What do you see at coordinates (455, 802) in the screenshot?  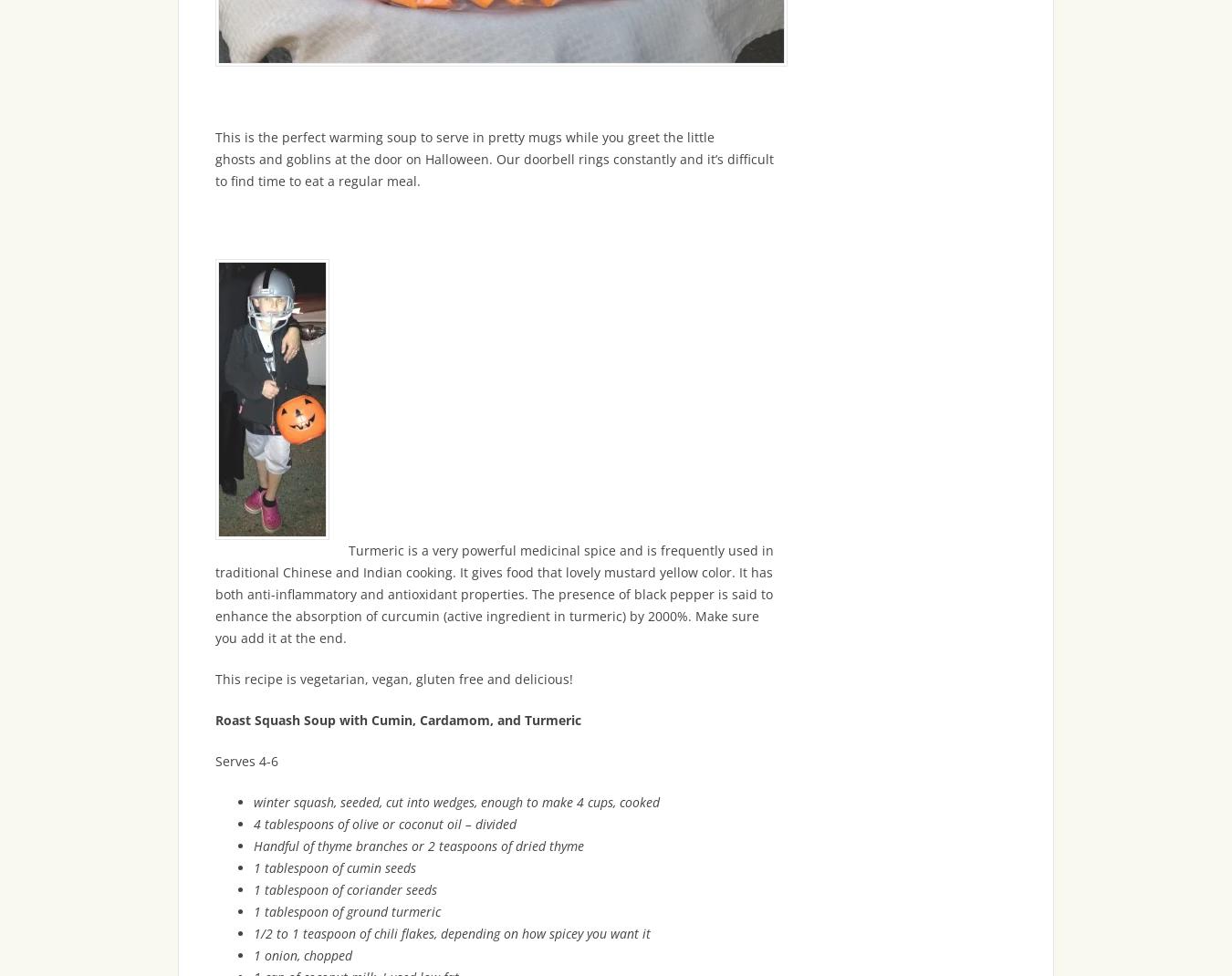 I see `'winter squash, seeded, cut into wedges, enough to make 4 cups, cooked'` at bounding box center [455, 802].